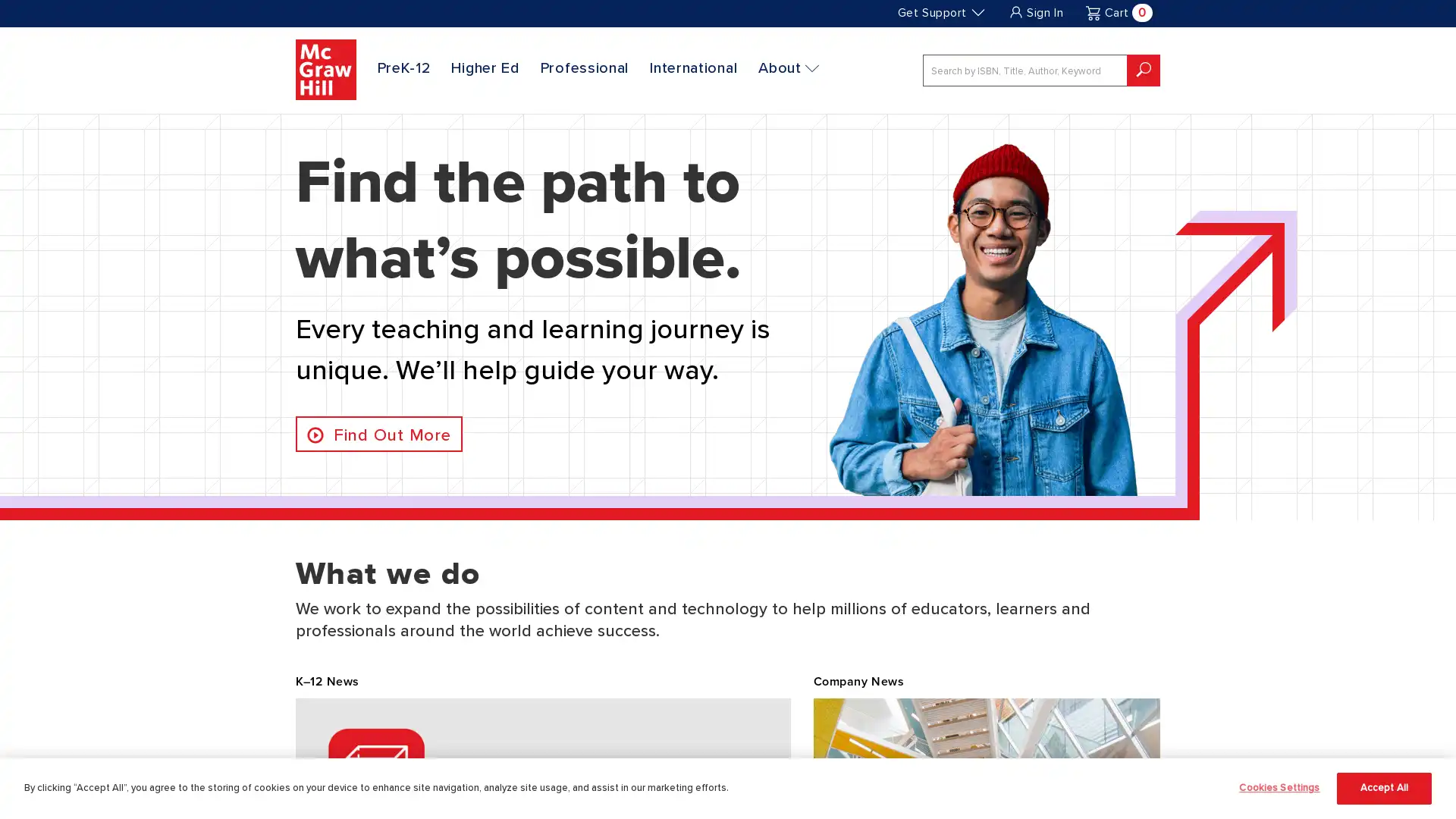  Describe the element at coordinates (1143, 70) in the screenshot. I see `submit` at that location.